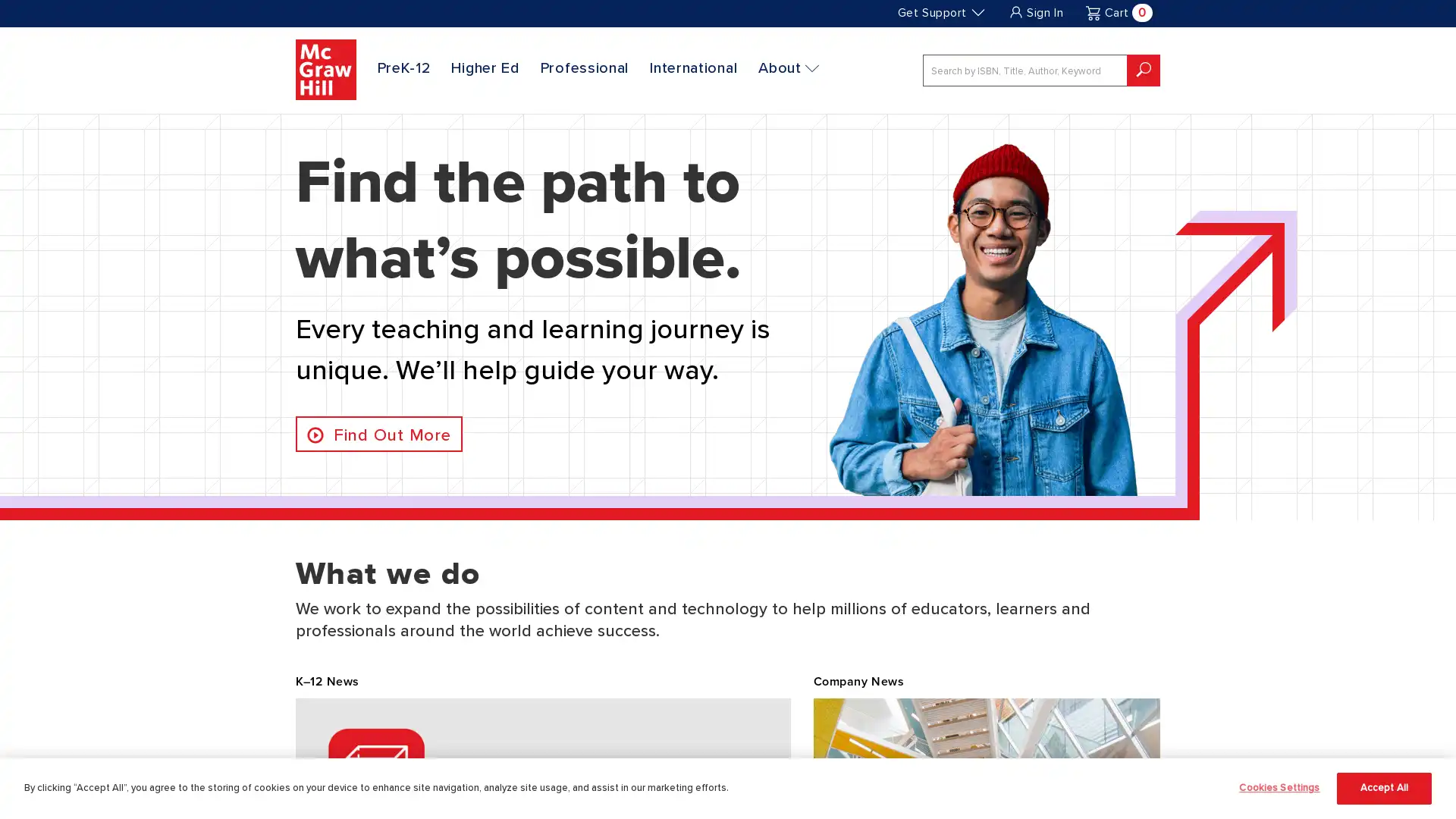  Describe the element at coordinates (1143, 70) in the screenshot. I see `submit` at that location.